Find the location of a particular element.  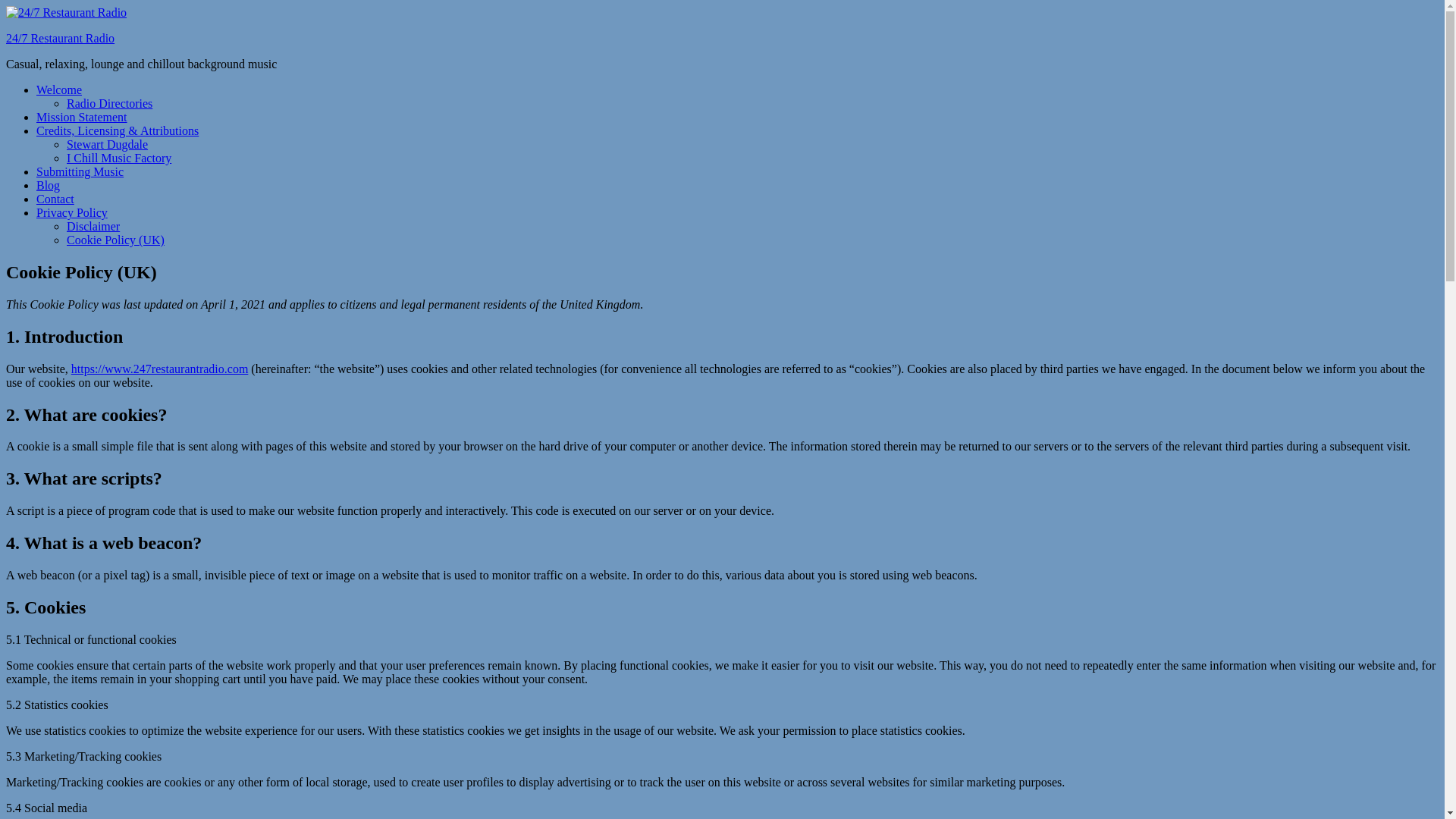

'Skip to content' is located at coordinates (5, 5).